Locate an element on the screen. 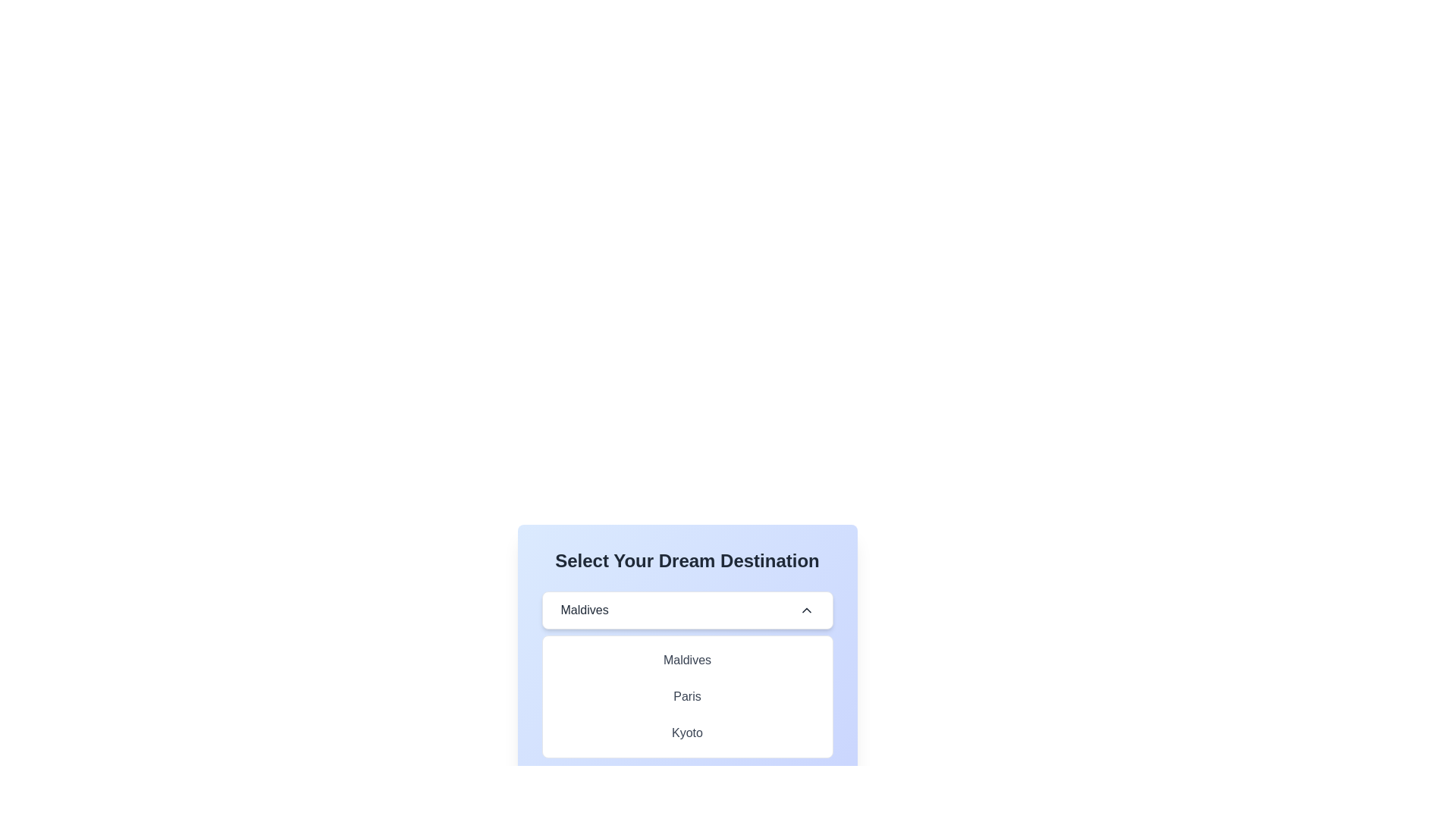  the 'Paris' option in the dropdown menu to change its background and text color is located at coordinates (686, 696).